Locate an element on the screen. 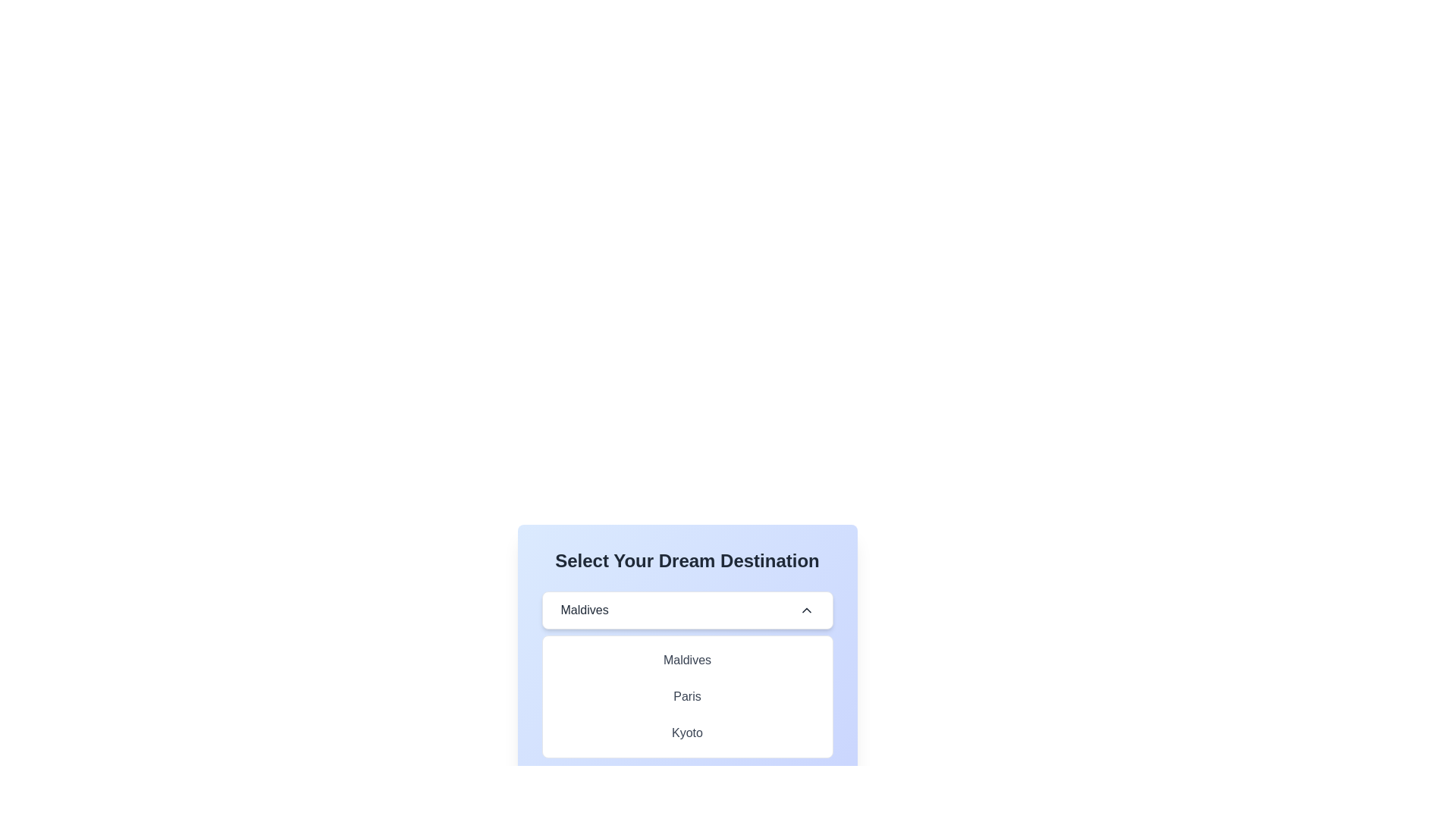  the 'Paris' option in the dropdown menu to change its background and text color is located at coordinates (686, 696).